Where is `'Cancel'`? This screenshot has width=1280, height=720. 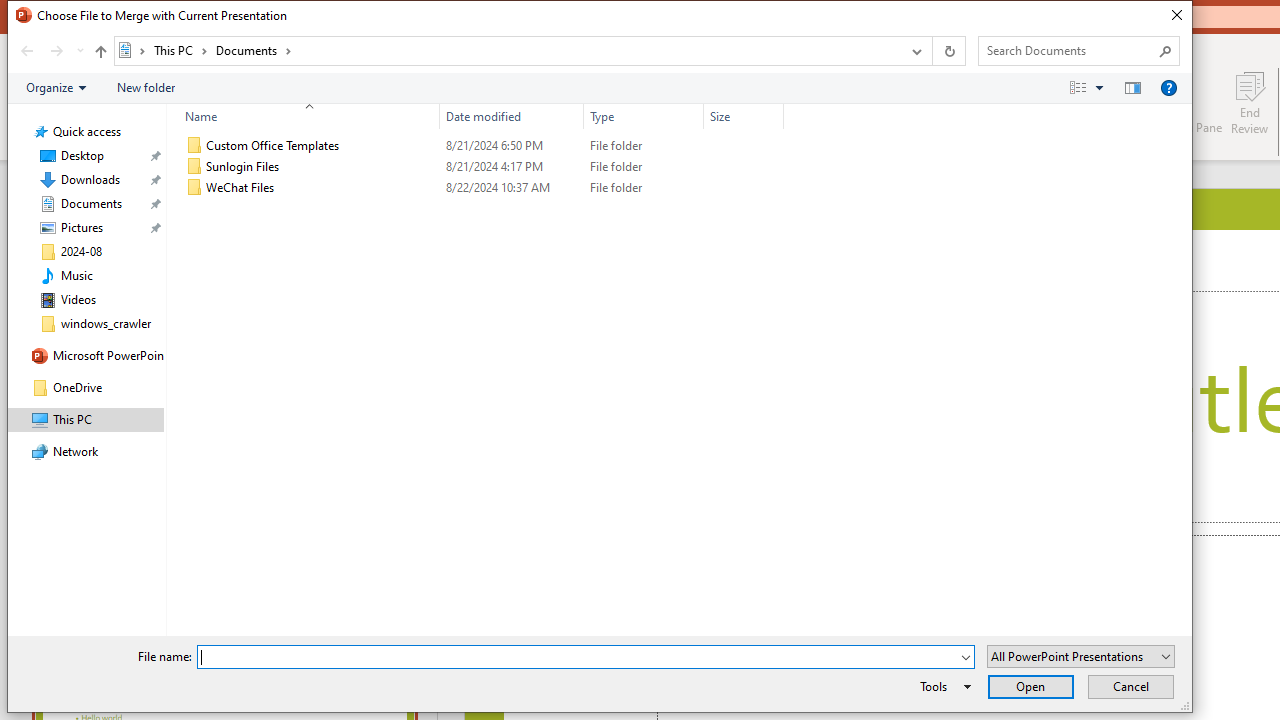
'Cancel' is located at coordinates (1130, 685).